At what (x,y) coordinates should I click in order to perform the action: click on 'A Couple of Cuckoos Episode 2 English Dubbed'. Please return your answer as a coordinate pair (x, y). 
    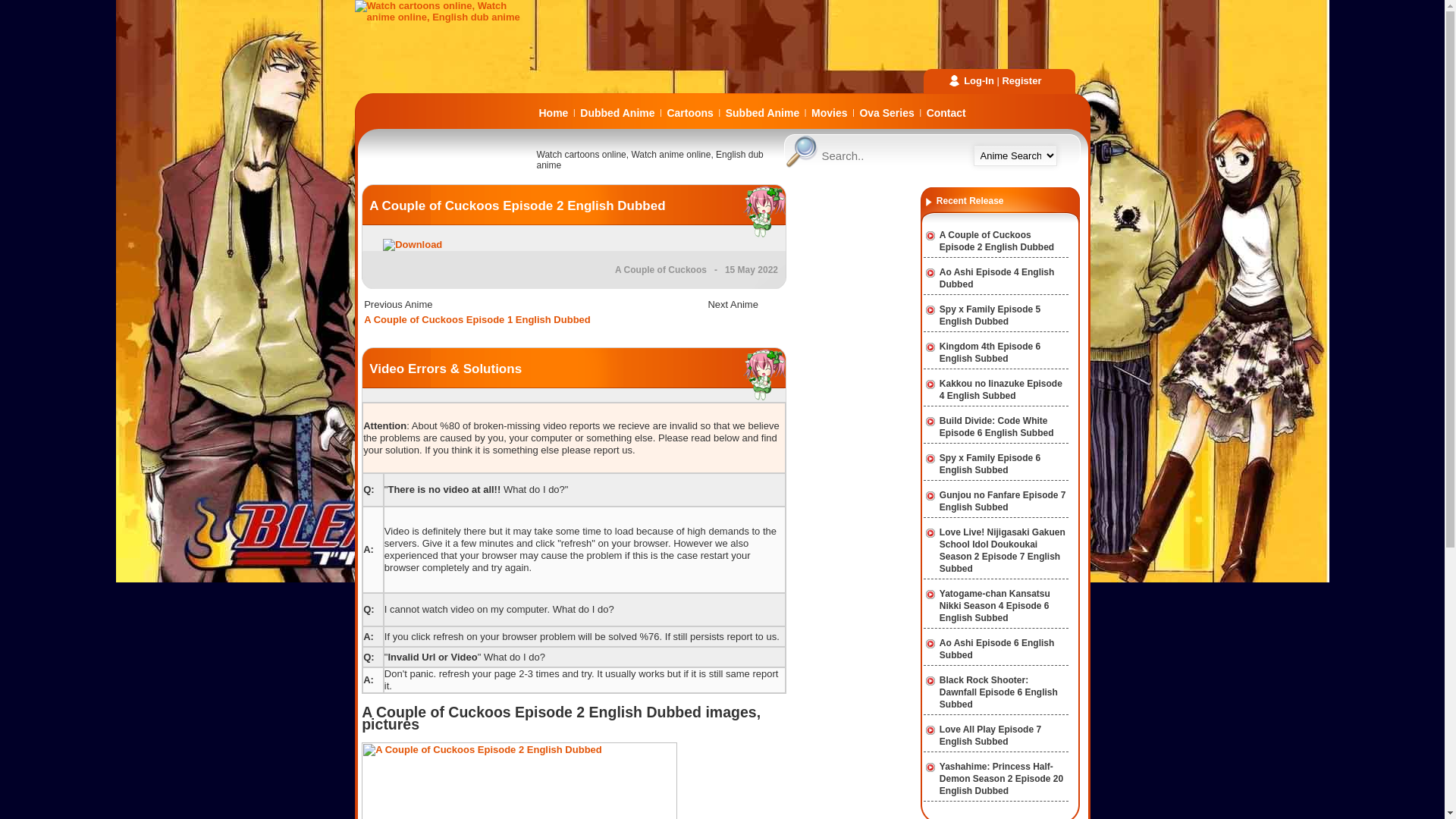
    Looking at the image, I should click on (516, 206).